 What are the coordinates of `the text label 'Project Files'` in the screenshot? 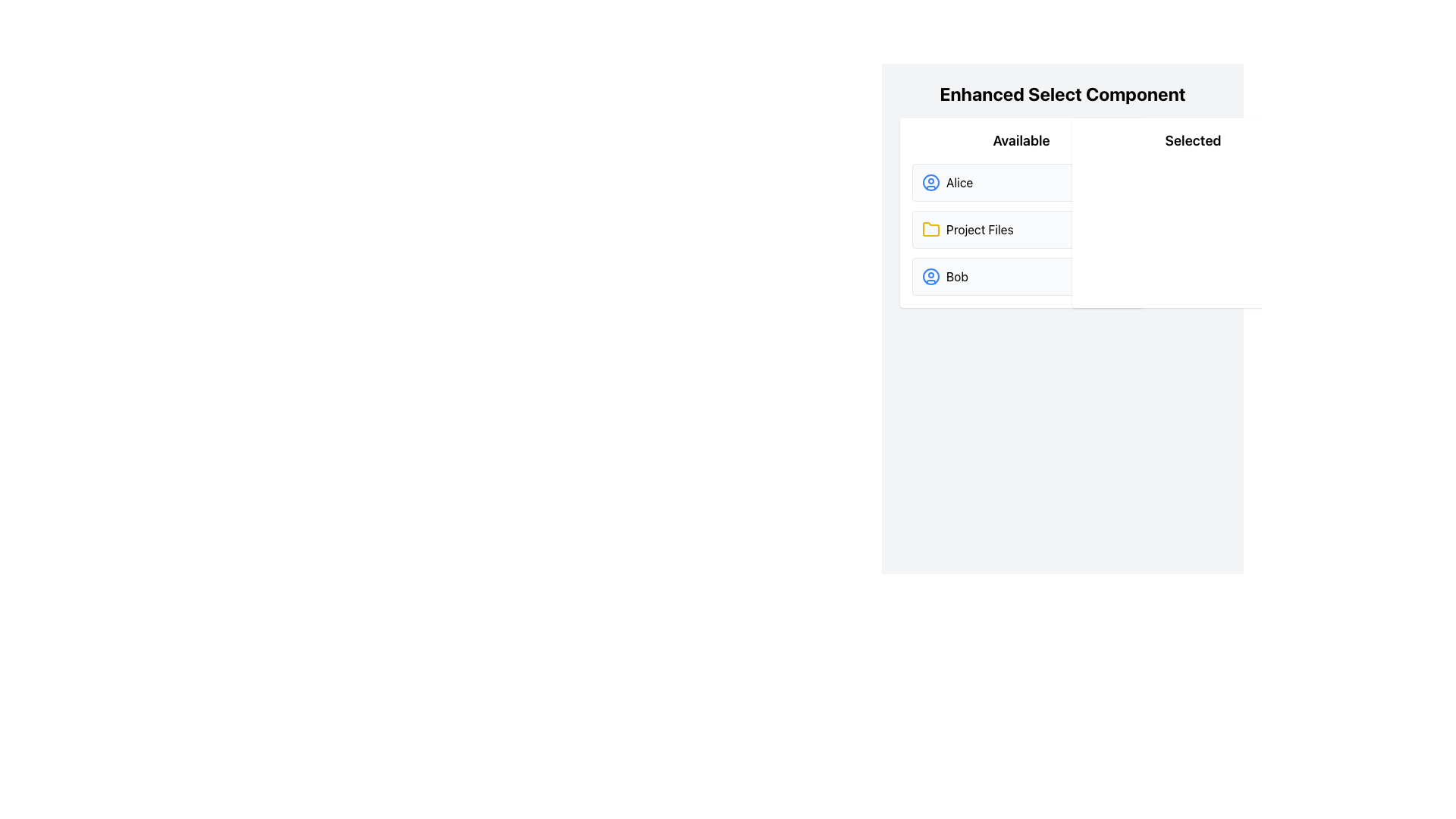 It's located at (979, 230).